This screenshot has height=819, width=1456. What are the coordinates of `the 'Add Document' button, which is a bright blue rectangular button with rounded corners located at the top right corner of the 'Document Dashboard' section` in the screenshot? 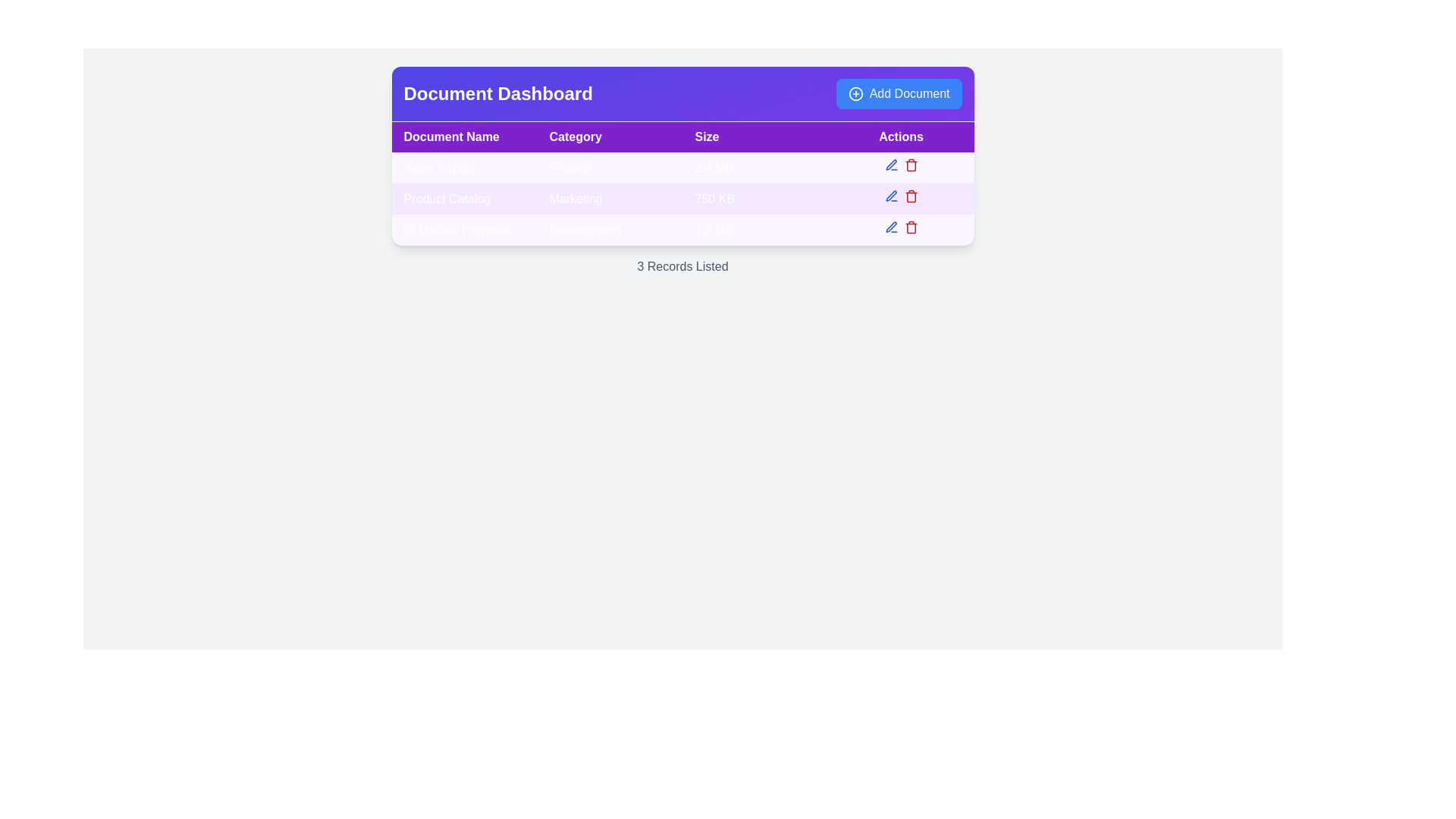 It's located at (899, 93).